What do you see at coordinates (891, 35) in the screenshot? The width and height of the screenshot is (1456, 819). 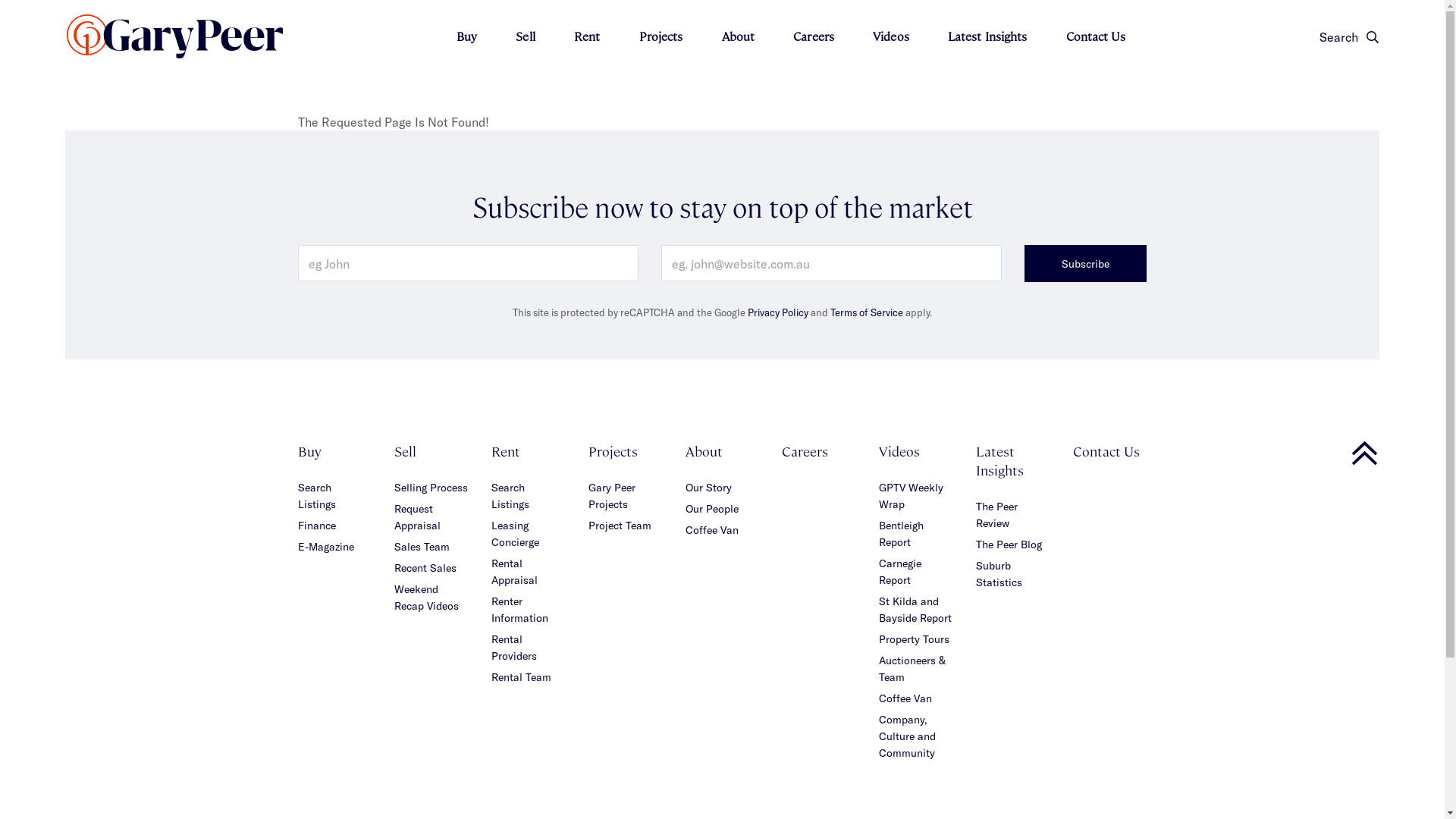 I see `'Videos'` at bounding box center [891, 35].